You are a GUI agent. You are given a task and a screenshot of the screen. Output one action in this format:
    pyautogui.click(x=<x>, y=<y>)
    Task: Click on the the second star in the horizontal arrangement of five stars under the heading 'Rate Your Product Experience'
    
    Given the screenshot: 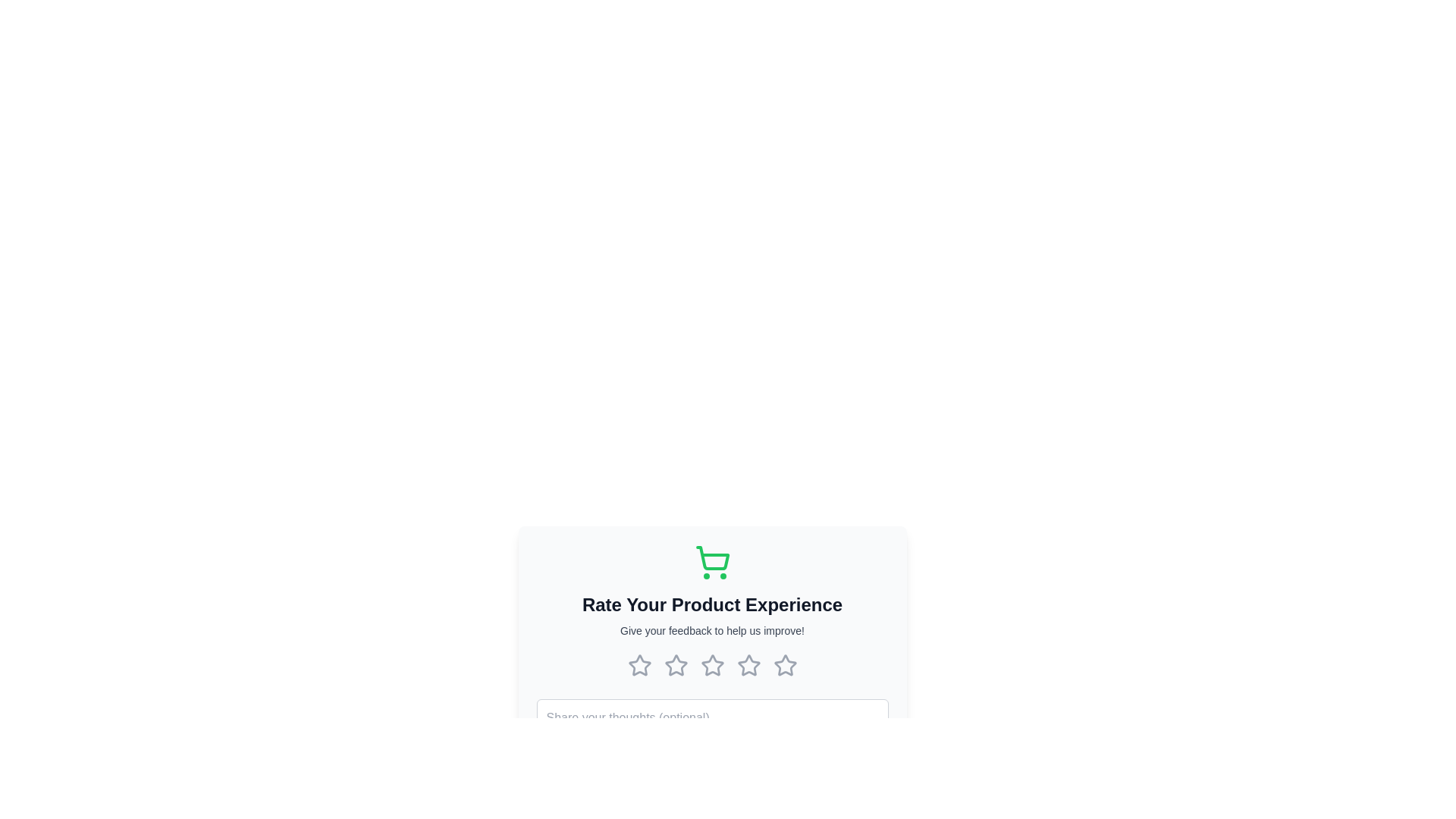 What is the action you would take?
    pyautogui.click(x=675, y=665)
    